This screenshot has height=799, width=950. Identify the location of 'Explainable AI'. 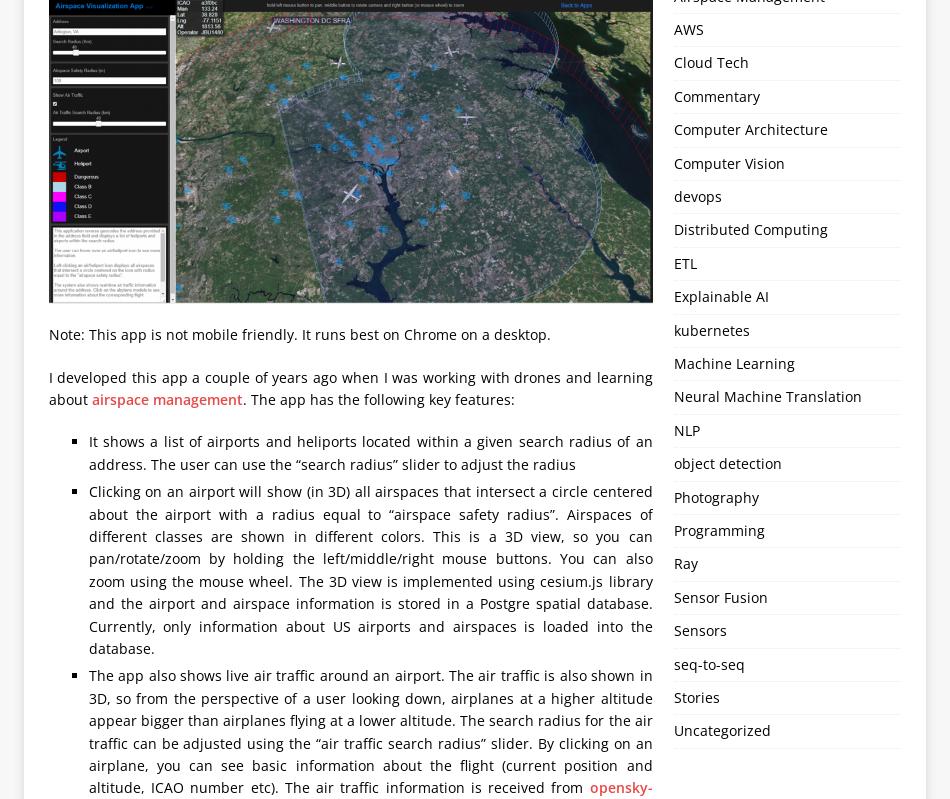
(719, 295).